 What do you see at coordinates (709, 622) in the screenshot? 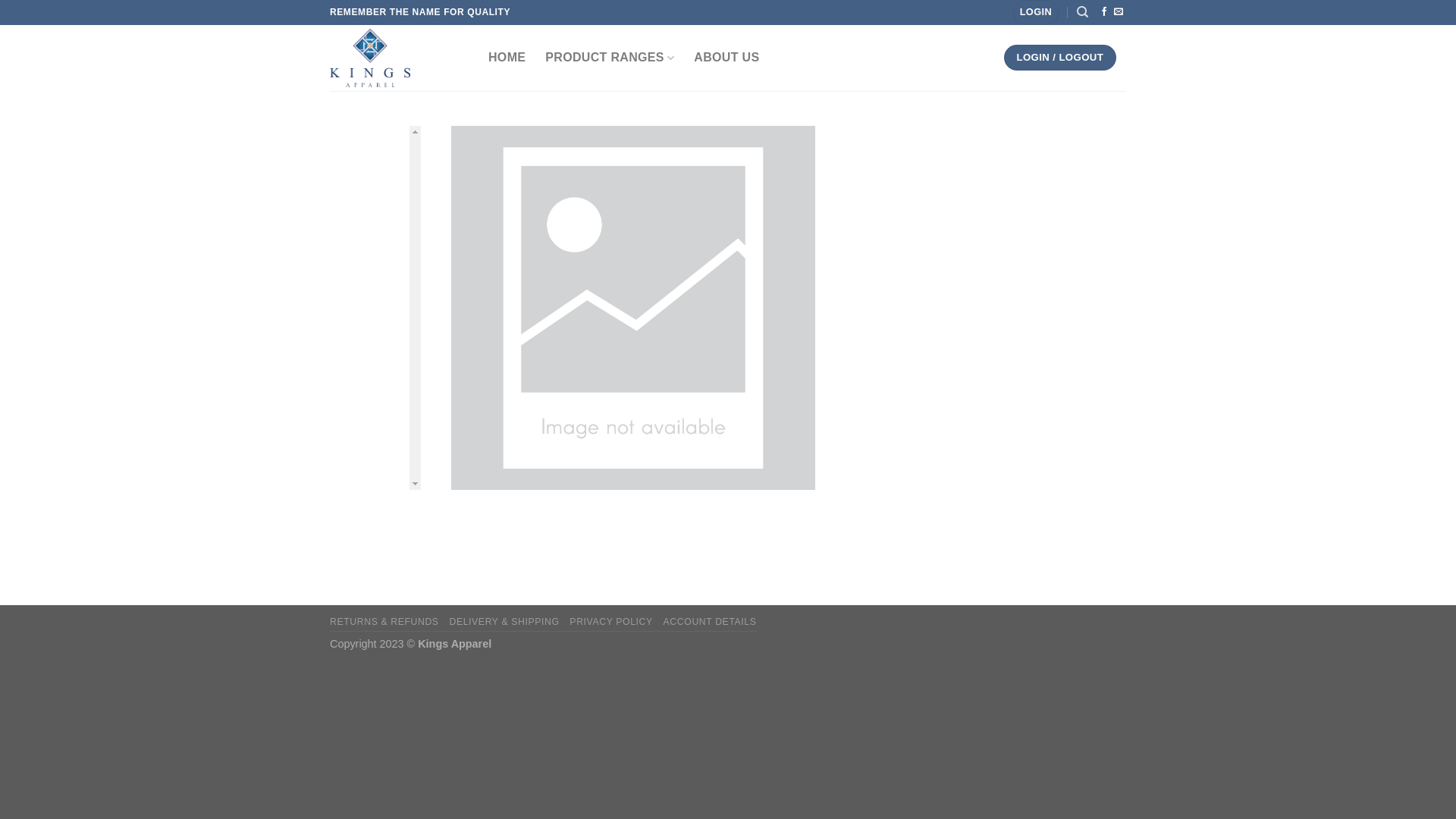
I see `'ACCOUNT DETAILS'` at bounding box center [709, 622].